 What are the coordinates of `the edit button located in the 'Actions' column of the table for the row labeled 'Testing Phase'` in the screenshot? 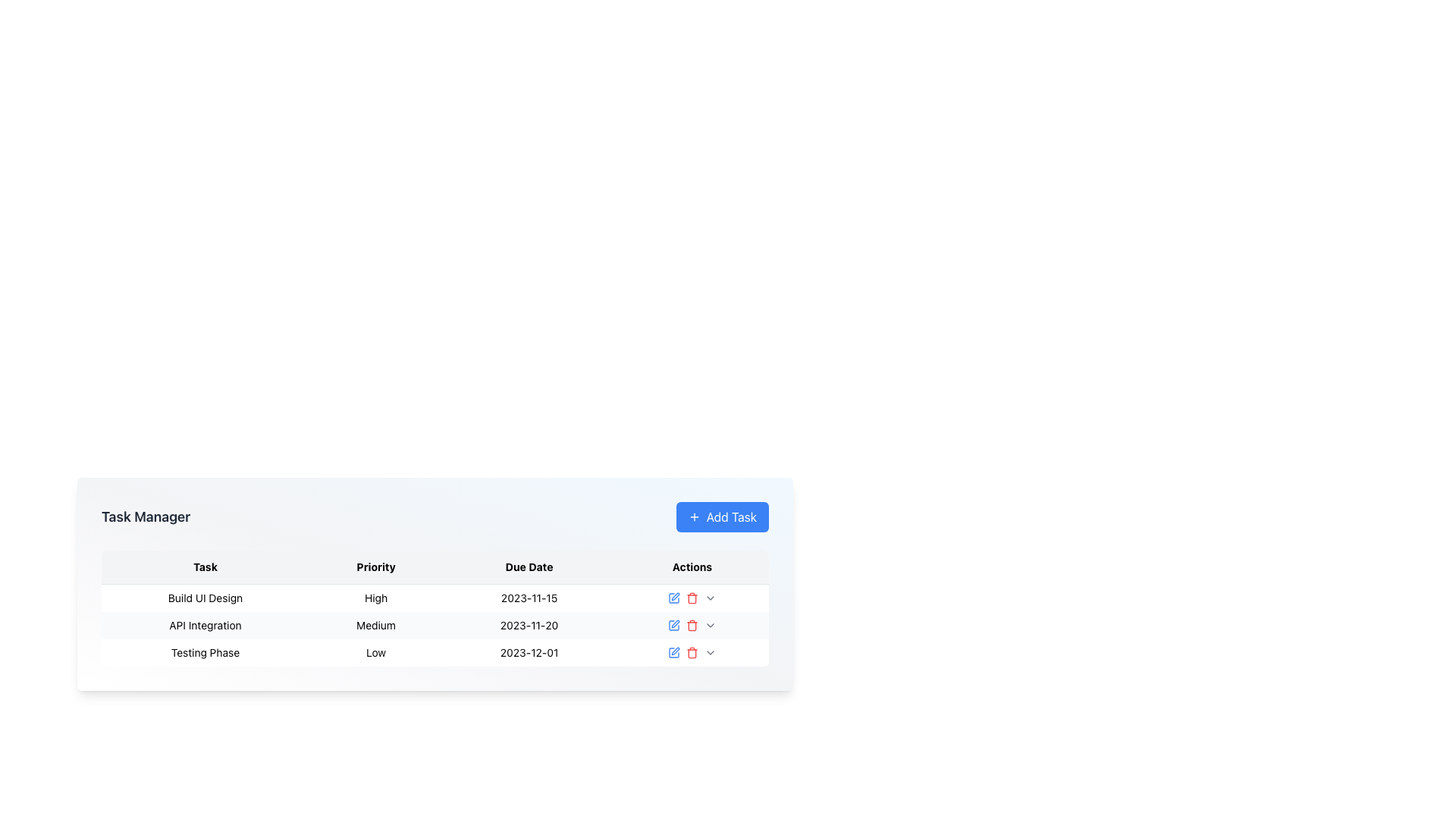 It's located at (673, 651).